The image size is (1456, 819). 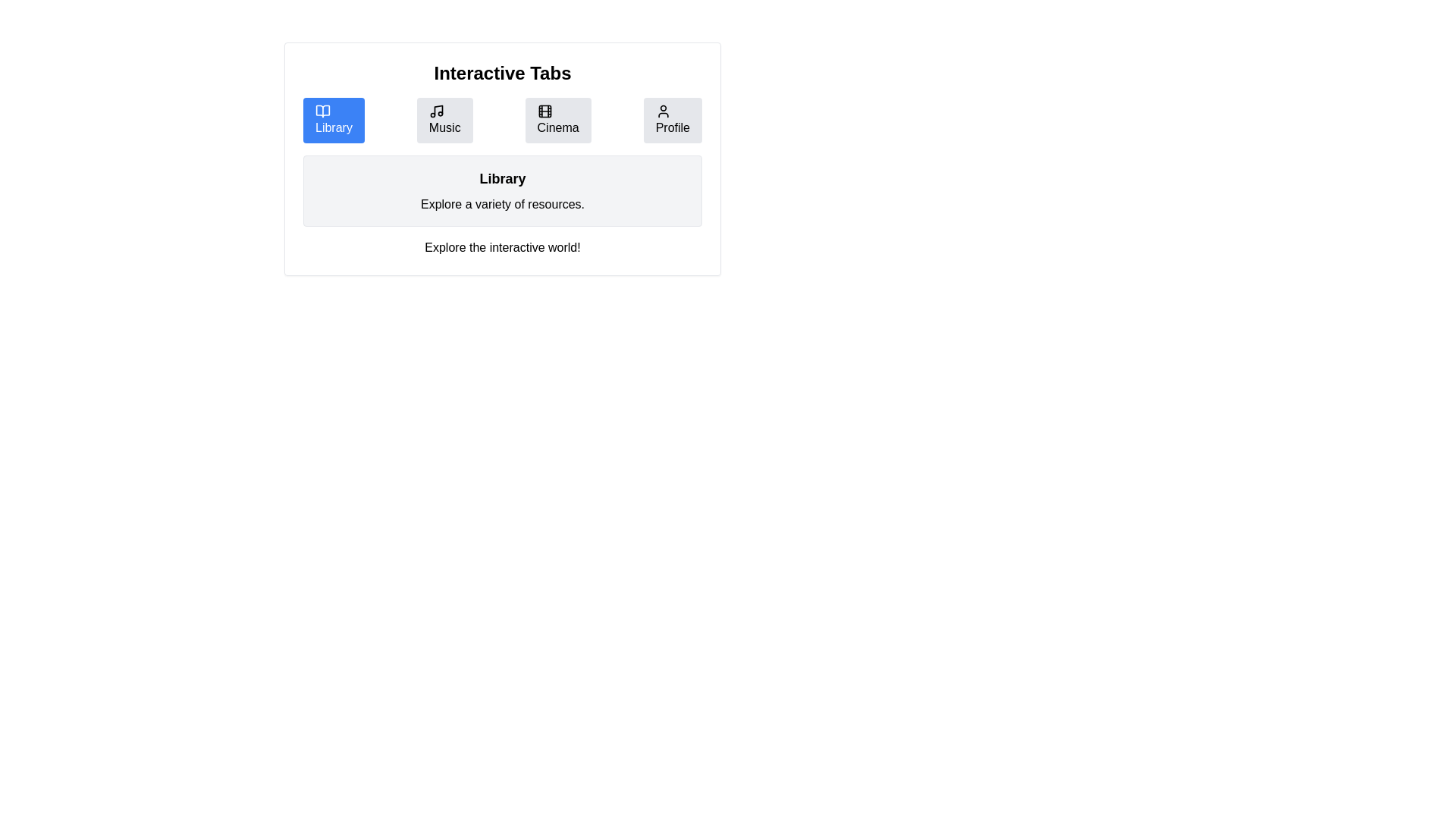 I want to click on the Profile tab by clicking on its button, so click(x=672, y=119).